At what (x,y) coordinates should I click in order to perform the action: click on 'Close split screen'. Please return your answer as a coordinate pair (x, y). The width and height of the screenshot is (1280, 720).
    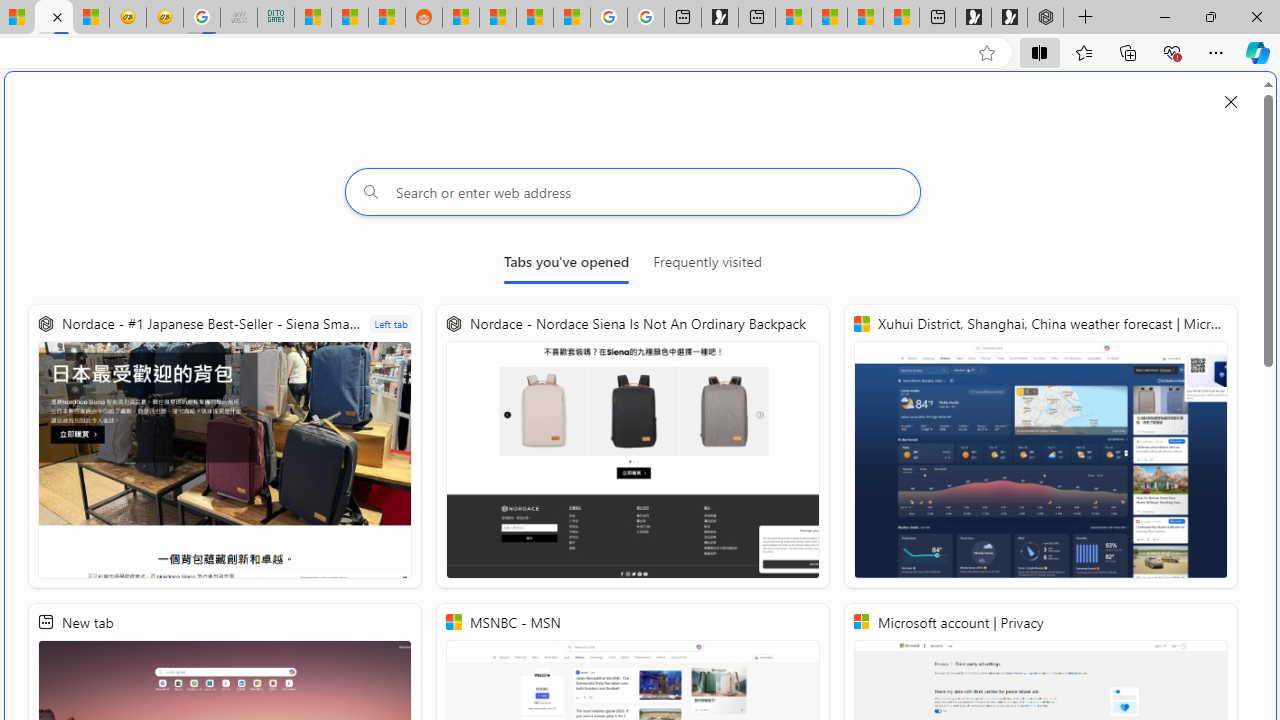
    Looking at the image, I should click on (1230, 102).